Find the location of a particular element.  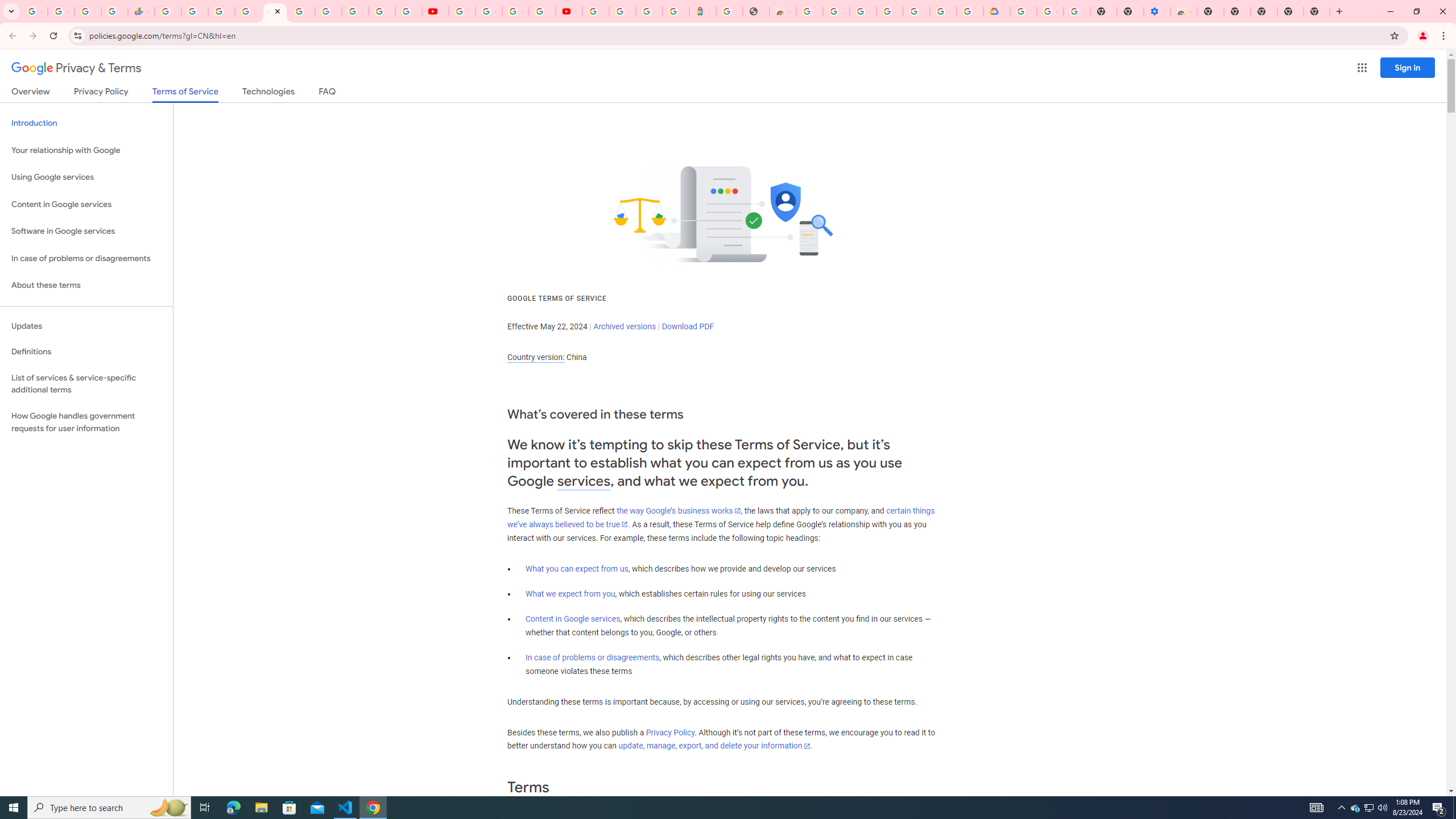

'Country version:' is located at coordinates (535, 357).